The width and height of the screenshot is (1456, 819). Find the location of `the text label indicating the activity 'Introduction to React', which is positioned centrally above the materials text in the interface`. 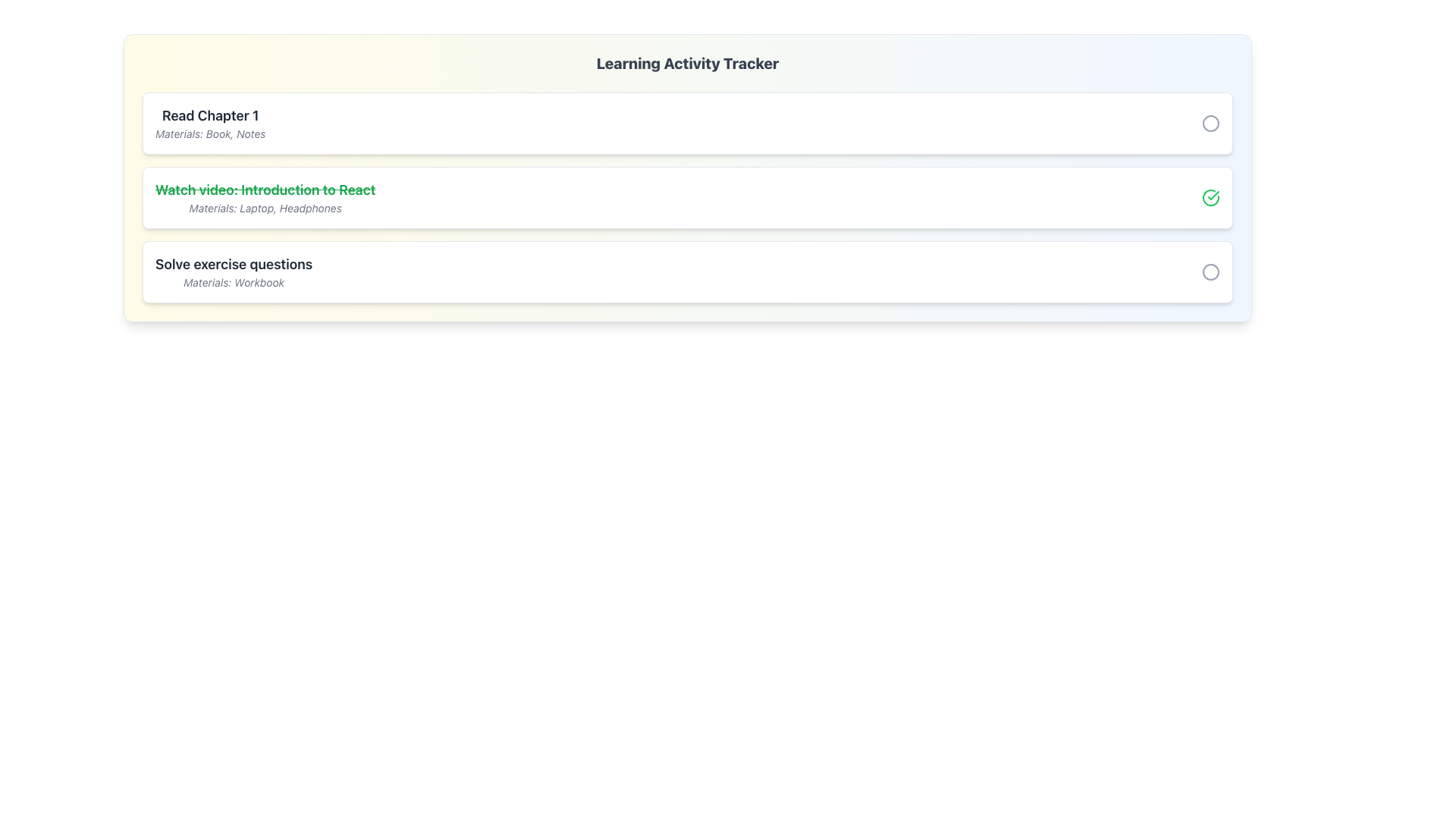

the text label indicating the activity 'Introduction to React', which is positioned centrally above the materials text in the interface is located at coordinates (265, 189).